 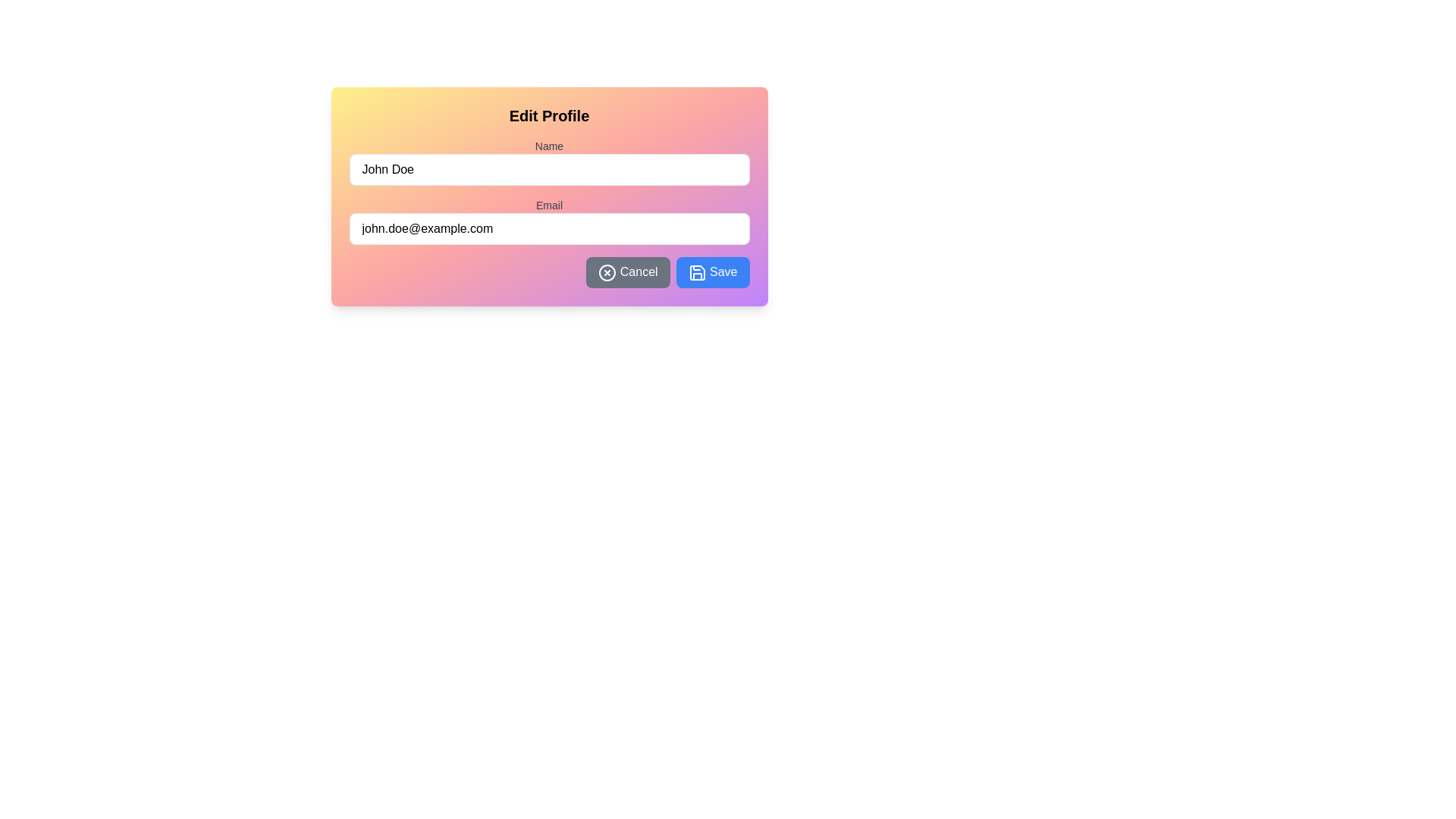 What do you see at coordinates (696, 271) in the screenshot?
I see `the floppy disk SVG icon representing the 'Save' action` at bounding box center [696, 271].